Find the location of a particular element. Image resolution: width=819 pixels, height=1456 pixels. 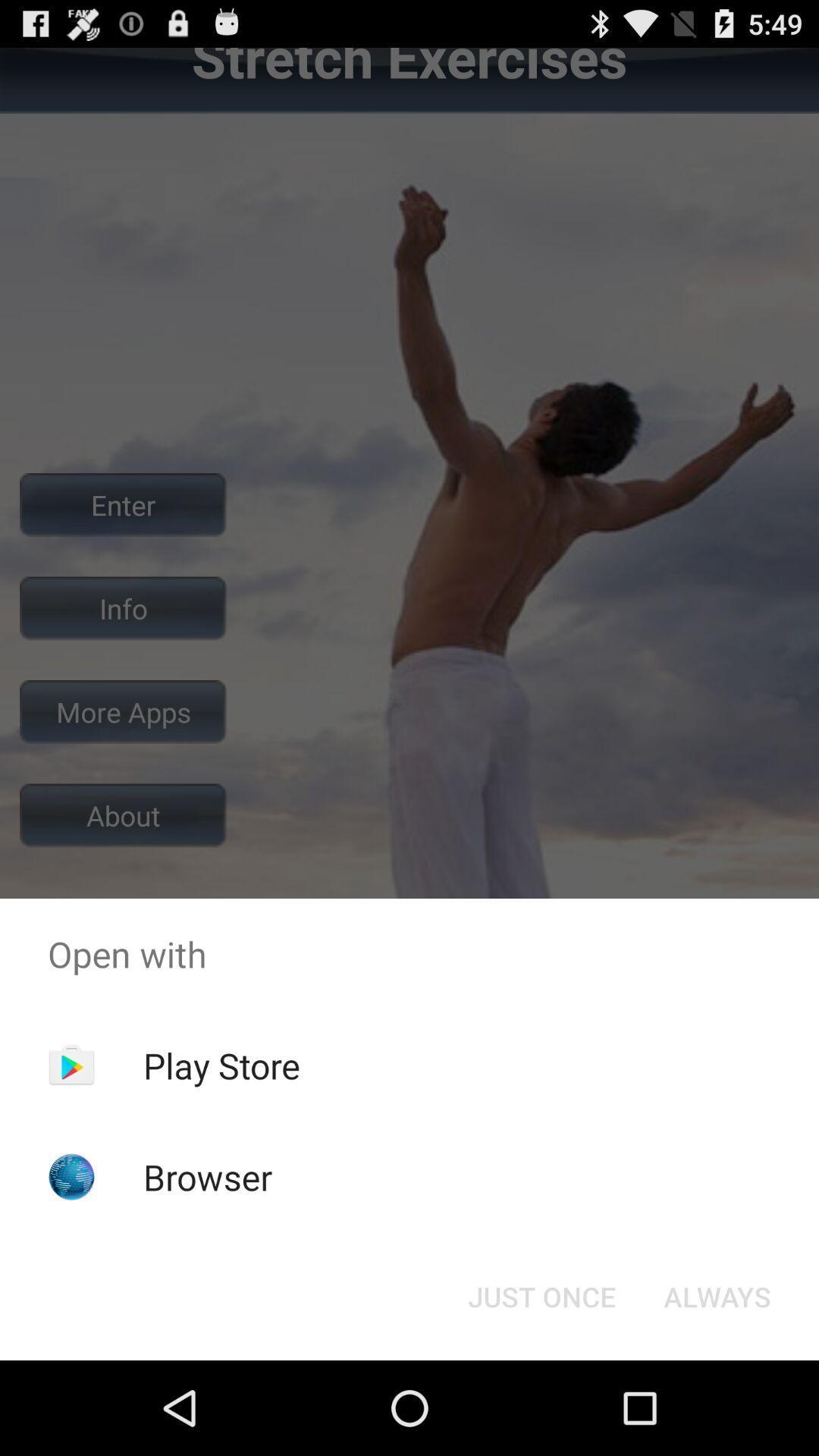

the always item is located at coordinates (717, 1295).